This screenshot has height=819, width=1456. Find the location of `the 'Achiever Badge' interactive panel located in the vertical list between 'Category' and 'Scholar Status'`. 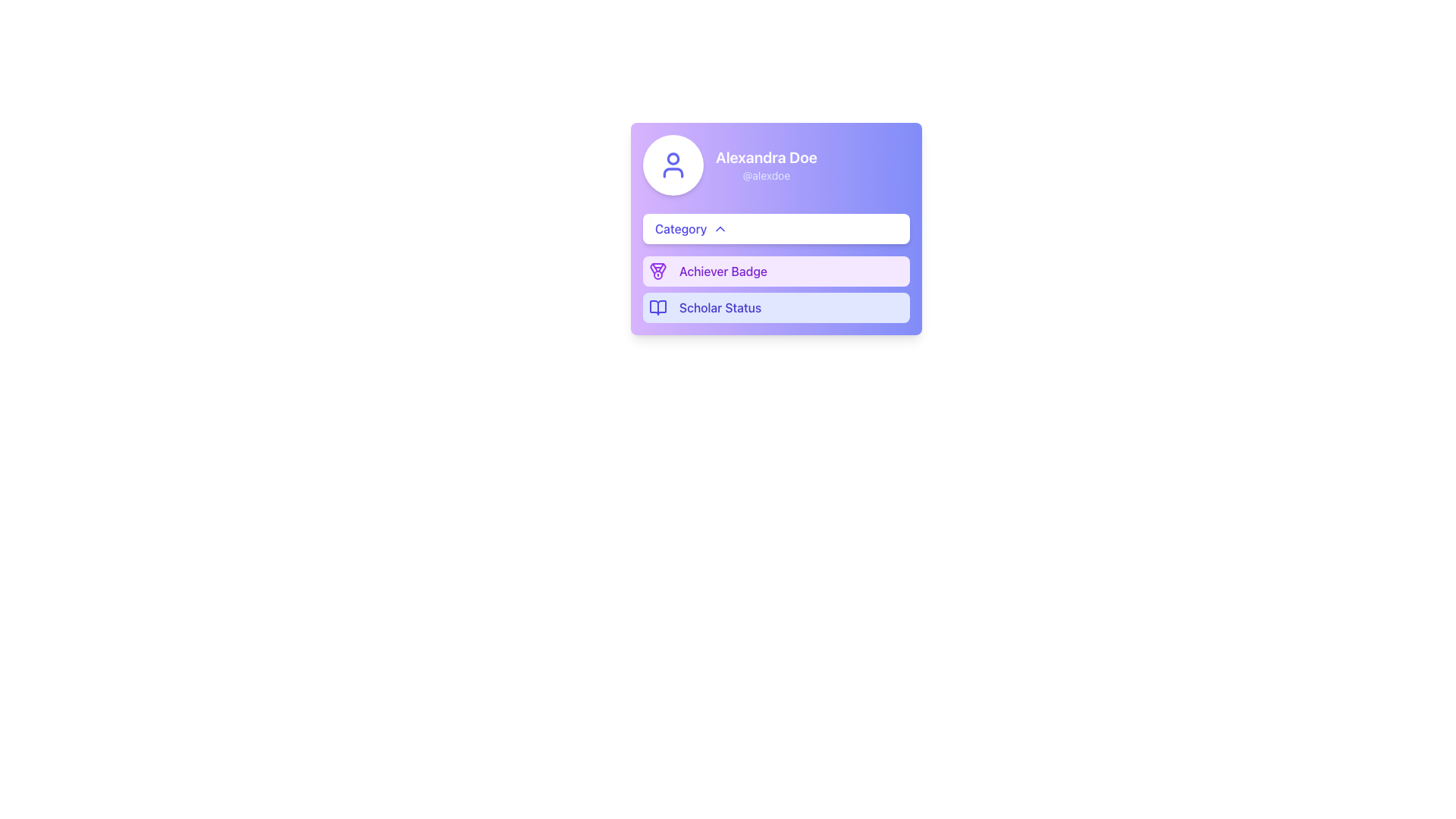

the 'Achiever Badge' interactive panel located in the vertical list between 'Category' and 'Scholar Status' is located at coordinates (776, 268).